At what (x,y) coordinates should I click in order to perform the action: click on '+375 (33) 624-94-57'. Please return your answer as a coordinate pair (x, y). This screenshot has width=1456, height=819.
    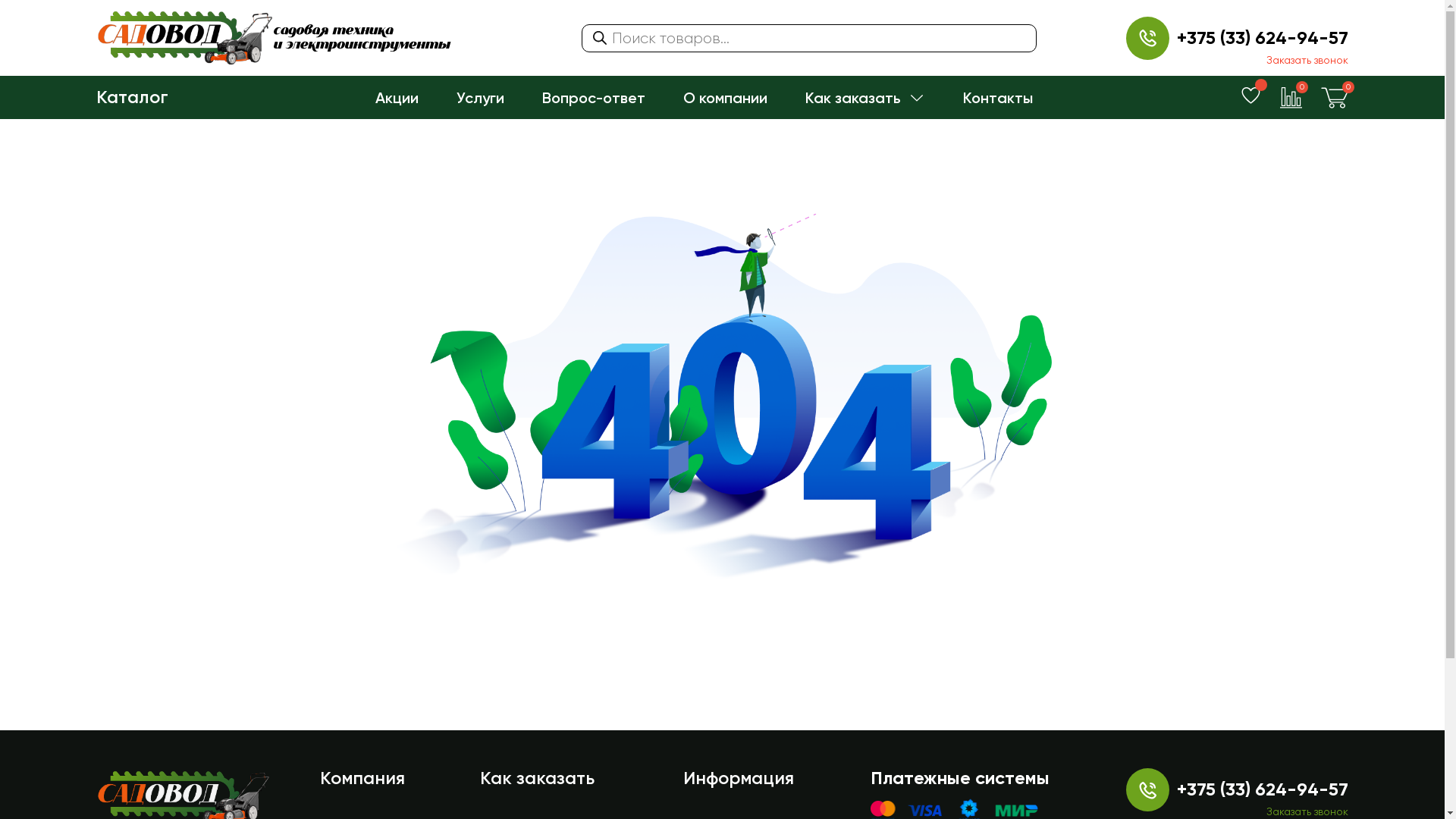
    Looking at the image, I should click on (1175, 37).